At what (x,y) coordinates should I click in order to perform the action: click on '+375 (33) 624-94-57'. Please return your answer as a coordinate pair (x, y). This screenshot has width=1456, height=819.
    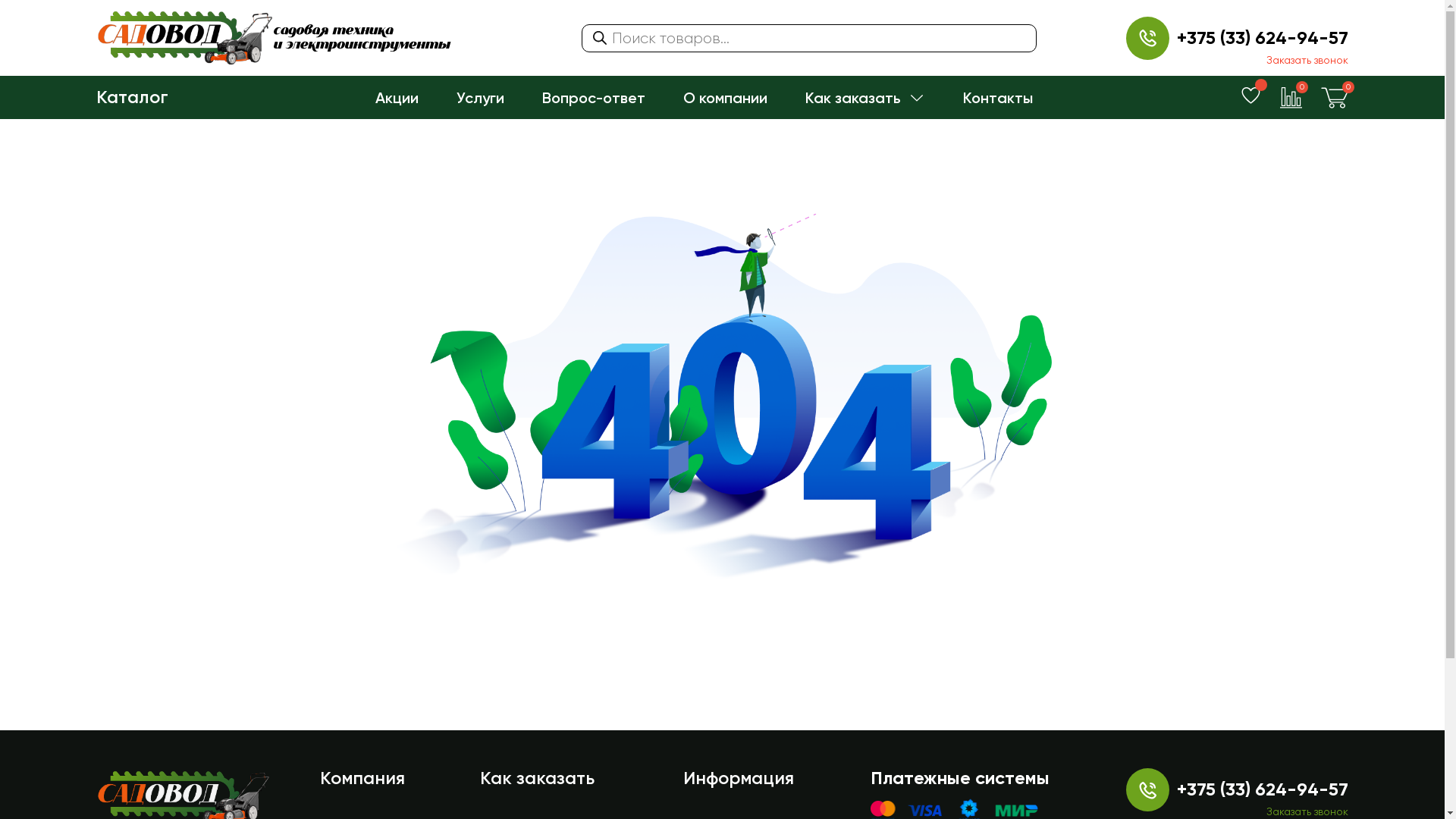
    Looking at the image, I should click on (1175, 37).